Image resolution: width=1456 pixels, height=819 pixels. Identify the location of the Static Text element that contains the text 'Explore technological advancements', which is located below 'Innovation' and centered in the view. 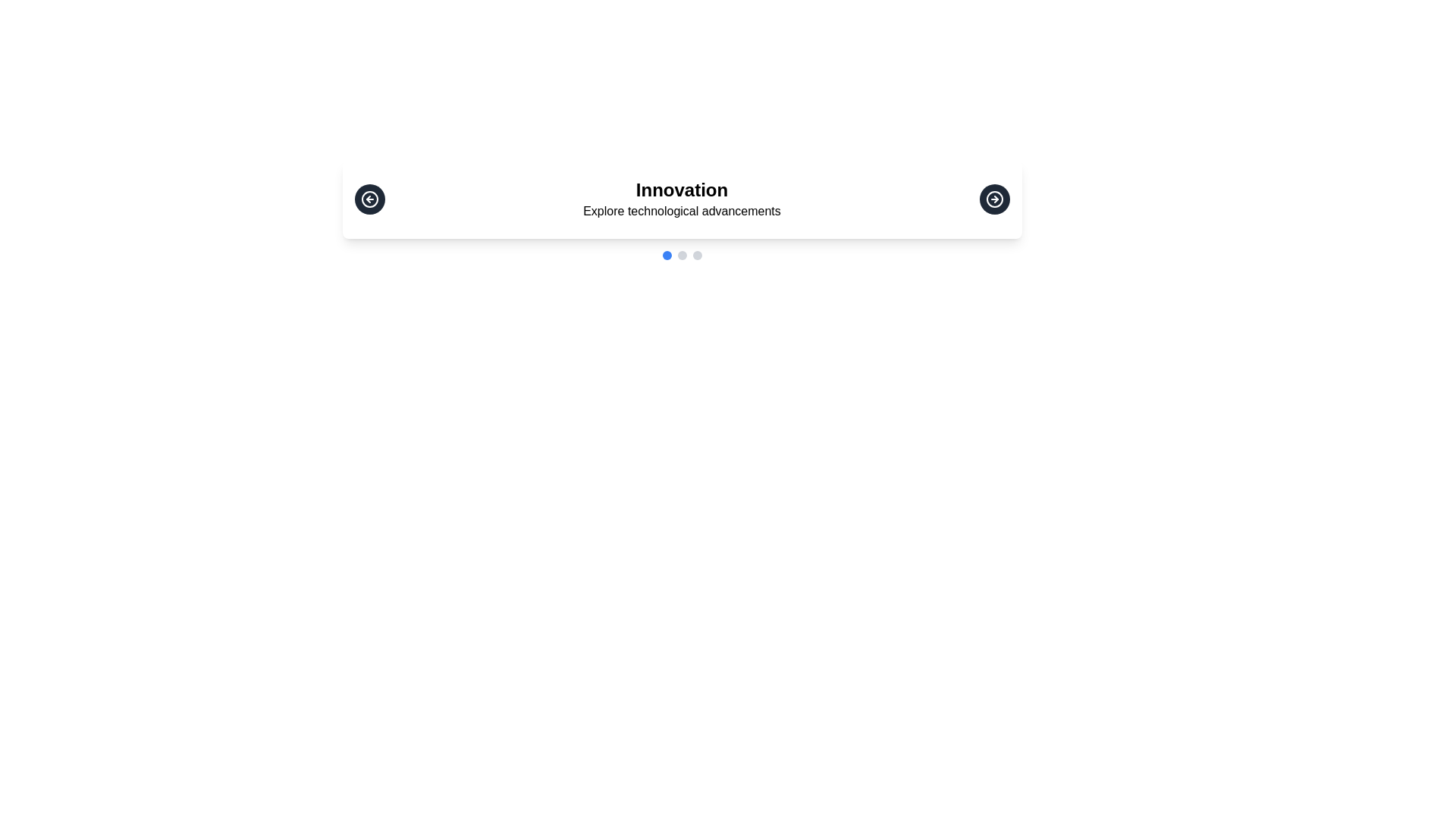
(681, 211).